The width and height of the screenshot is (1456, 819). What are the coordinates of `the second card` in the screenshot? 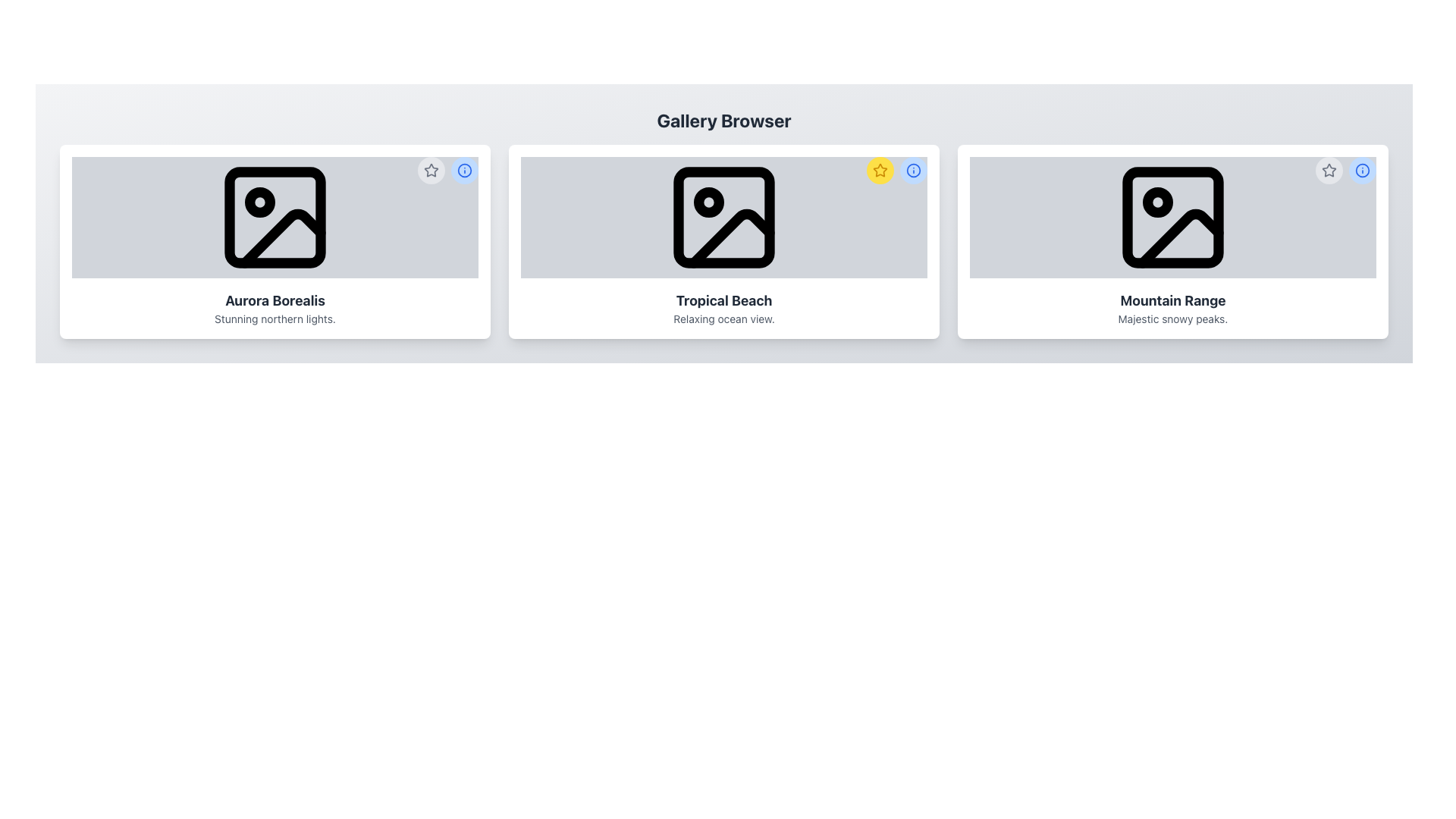 It's located at (723, 241).